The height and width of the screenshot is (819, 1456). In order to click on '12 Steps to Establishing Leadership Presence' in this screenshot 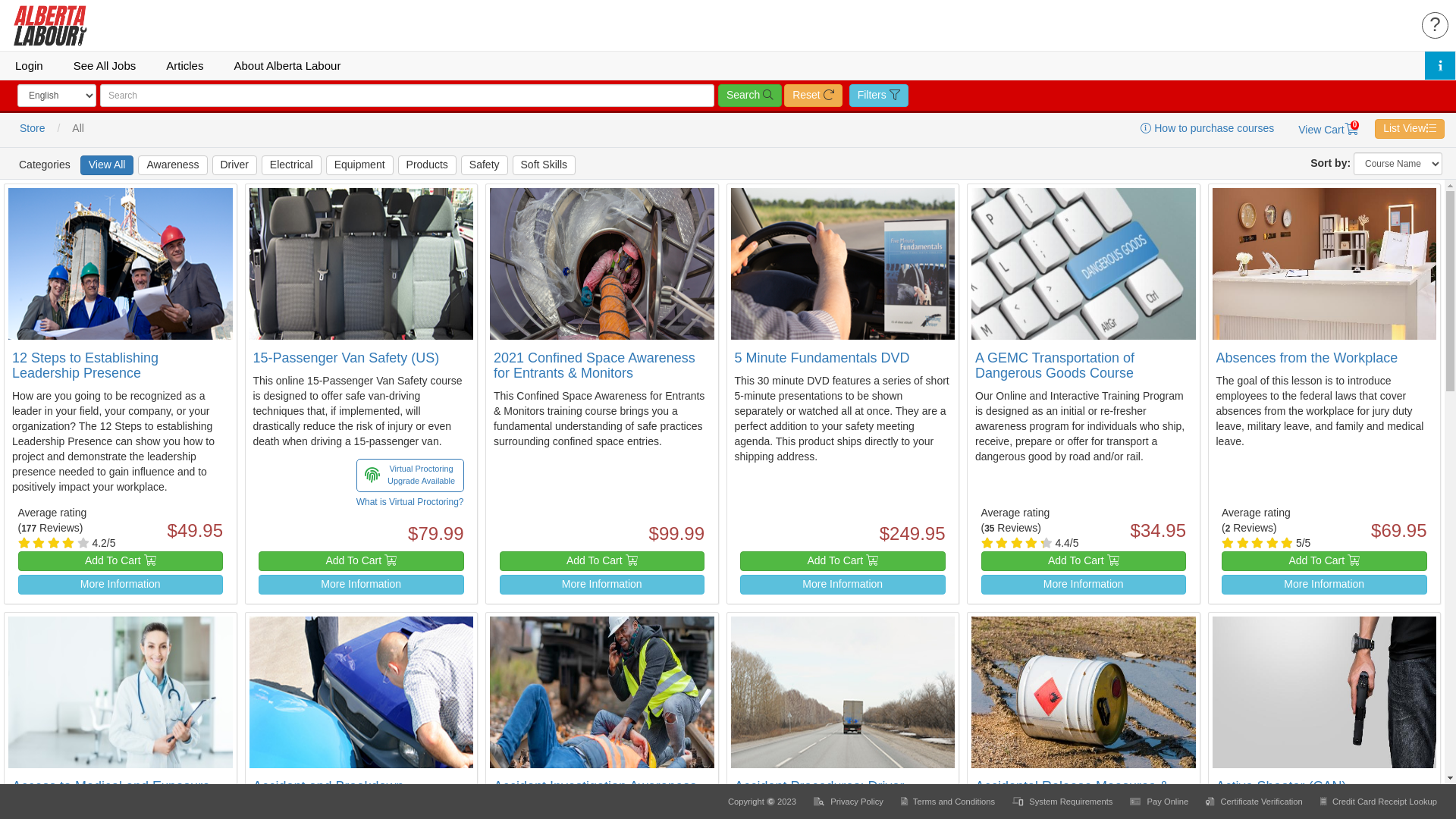, I will do `click(84, 366)`.